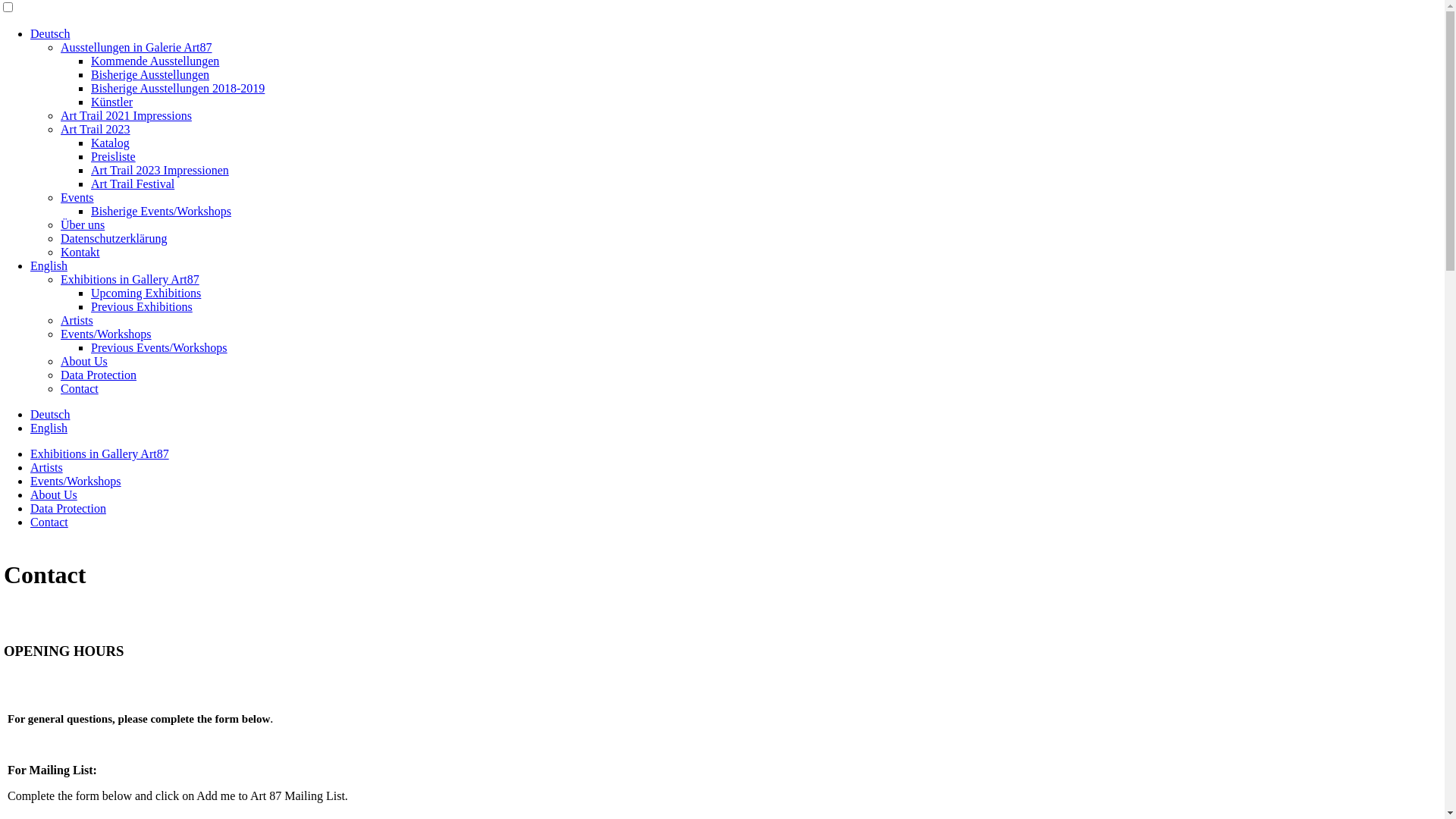  I want to click on 'Art Trail 2023 Impressionen', so click(160, 170).